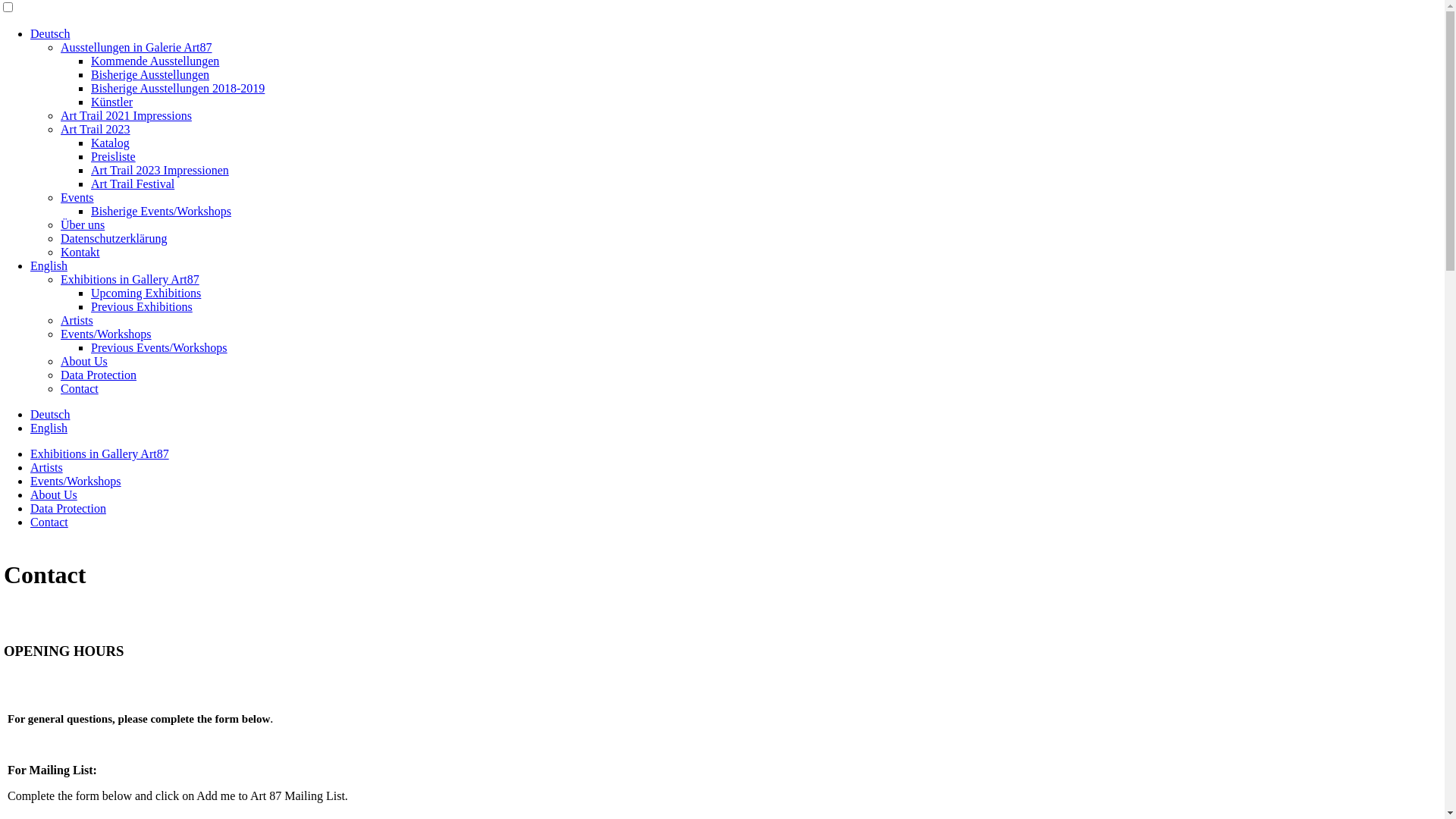  I want to click on 'Art Trail 2023 Impressionen', so click(160, 170).